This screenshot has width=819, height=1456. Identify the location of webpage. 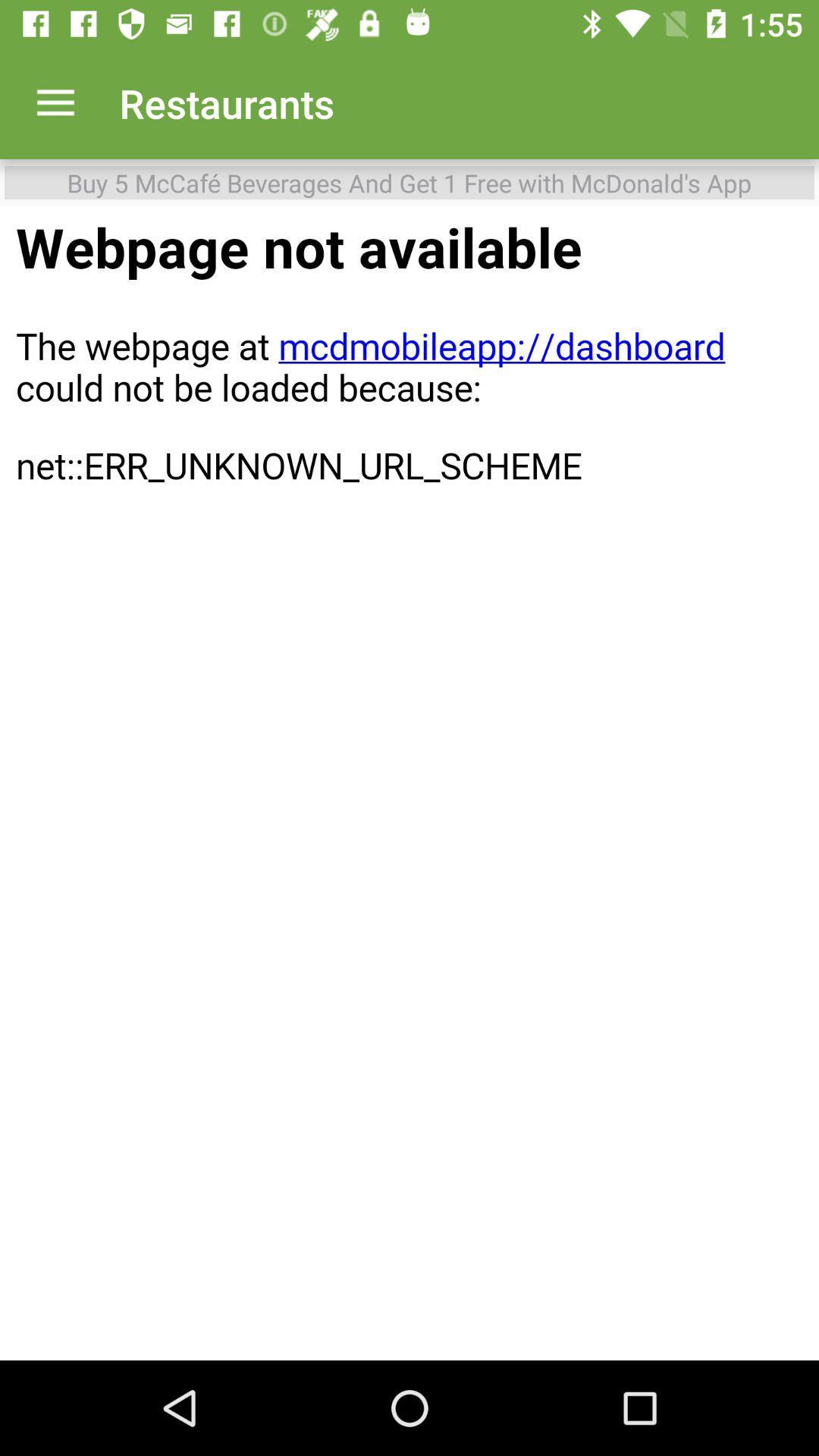
(409, 783).